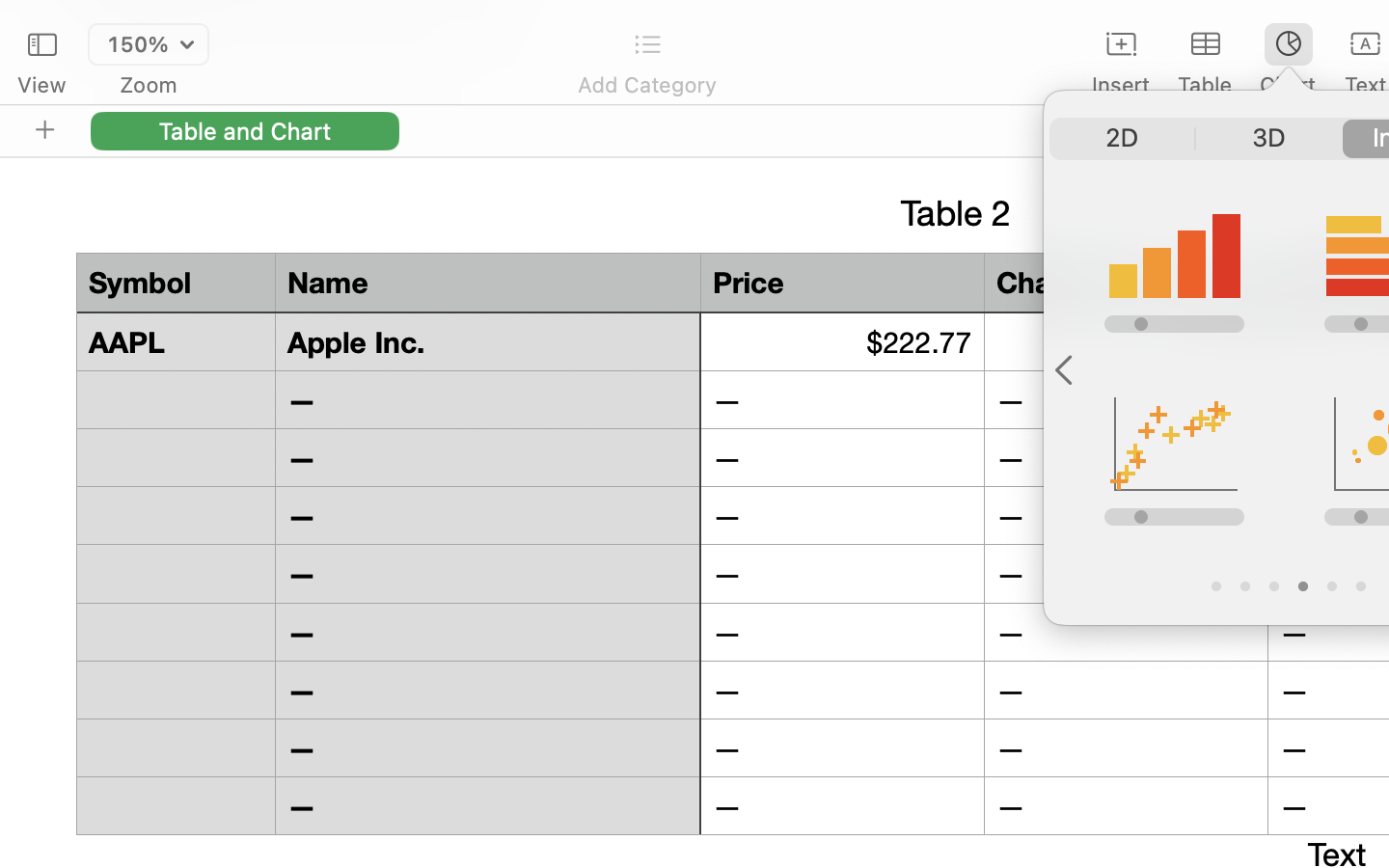 The image size is (1389, 868). What do you see at coordinates (41, 84) in the screenshot?
I see `'View'` at bounding box center [41, 84].